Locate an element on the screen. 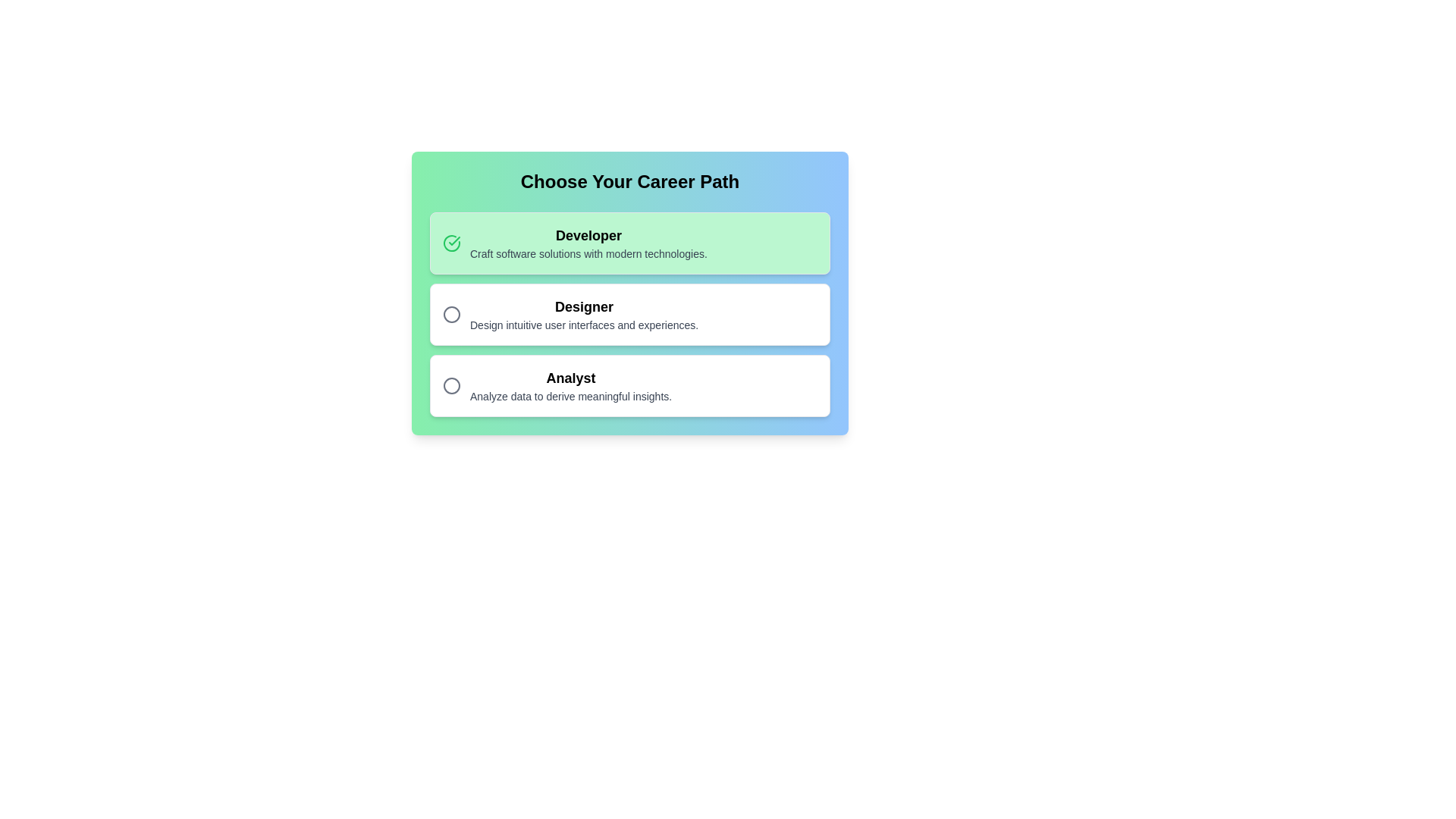 This screenshot has height=819, width=1456. the bolded text label displaying 'Analyst' located at the top of the third option block in a vertical list of career choices is located at coordinates (570, 377).